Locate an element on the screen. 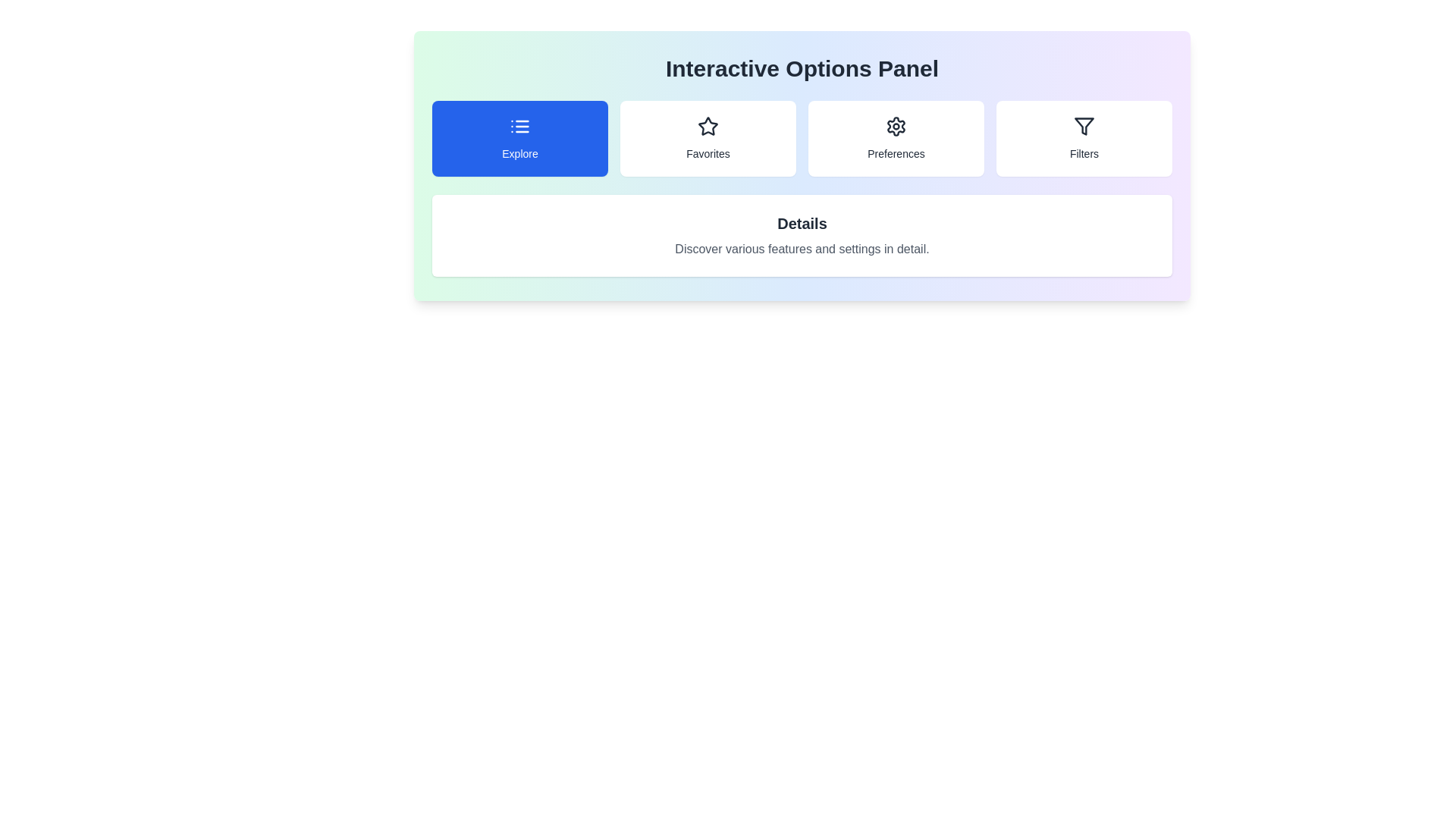 Image resolution: width=1456 pixels, height=819 pixels. the 'Explore' button icon that depicts three horizontal lines with dots, styled in white on a blue background is located at coordinates (520, 125).